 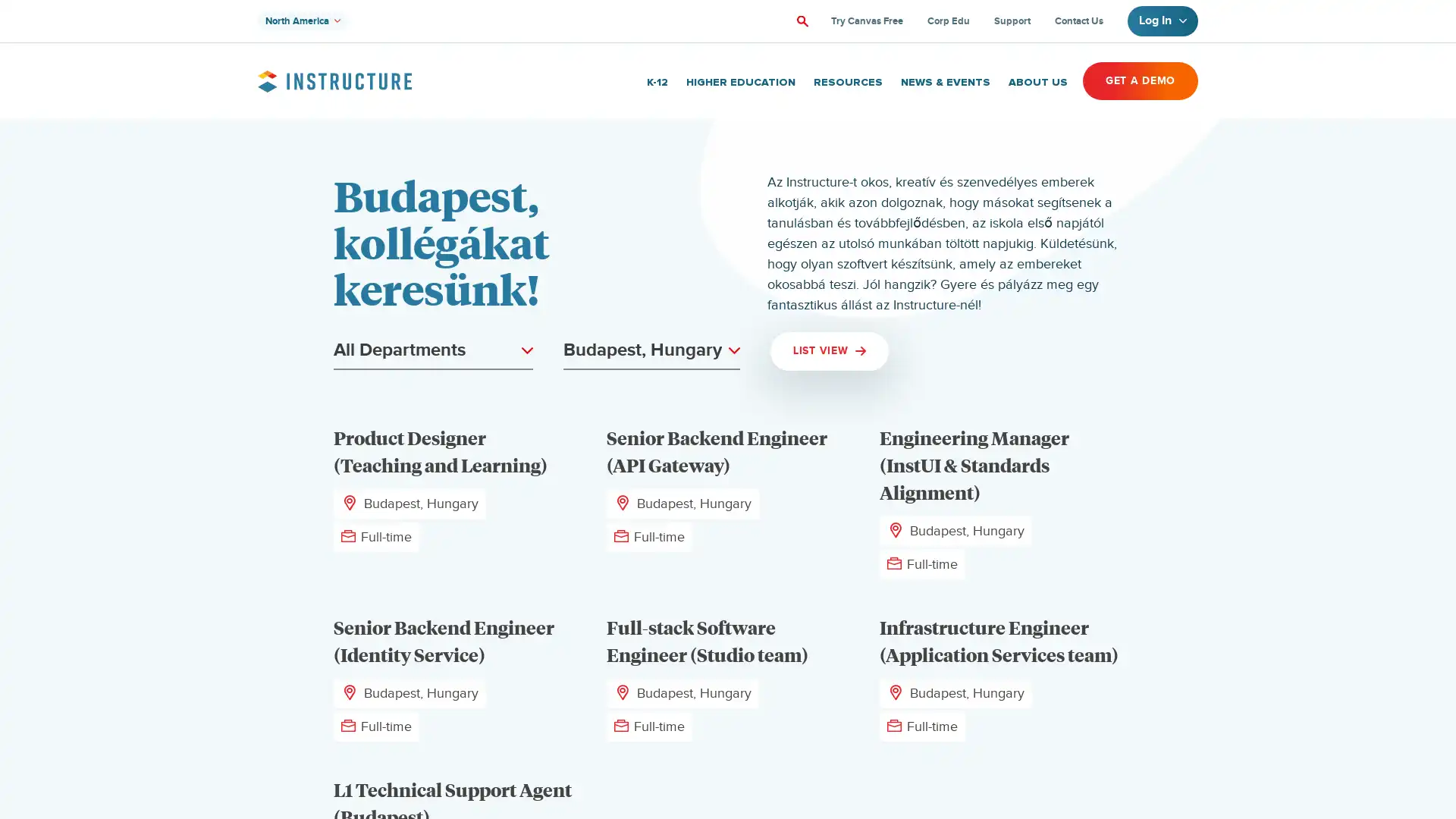 I want to click on I Accept, so click(x=154, y=719).